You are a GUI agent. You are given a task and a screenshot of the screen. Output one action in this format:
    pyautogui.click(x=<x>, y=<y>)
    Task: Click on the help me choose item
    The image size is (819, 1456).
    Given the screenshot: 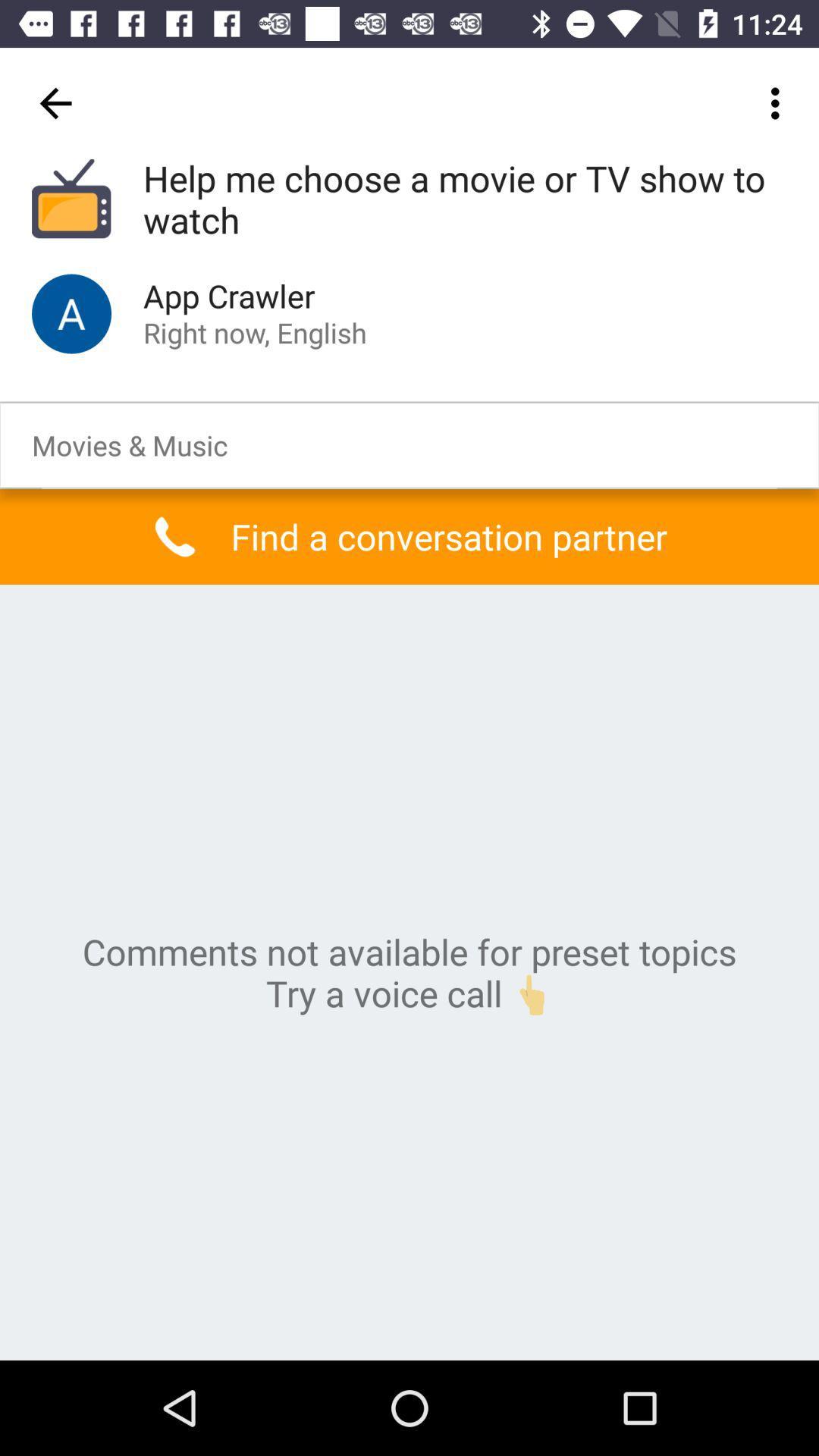 What is the action you would take?
    pyautogui.click(x=464, y=199)
    